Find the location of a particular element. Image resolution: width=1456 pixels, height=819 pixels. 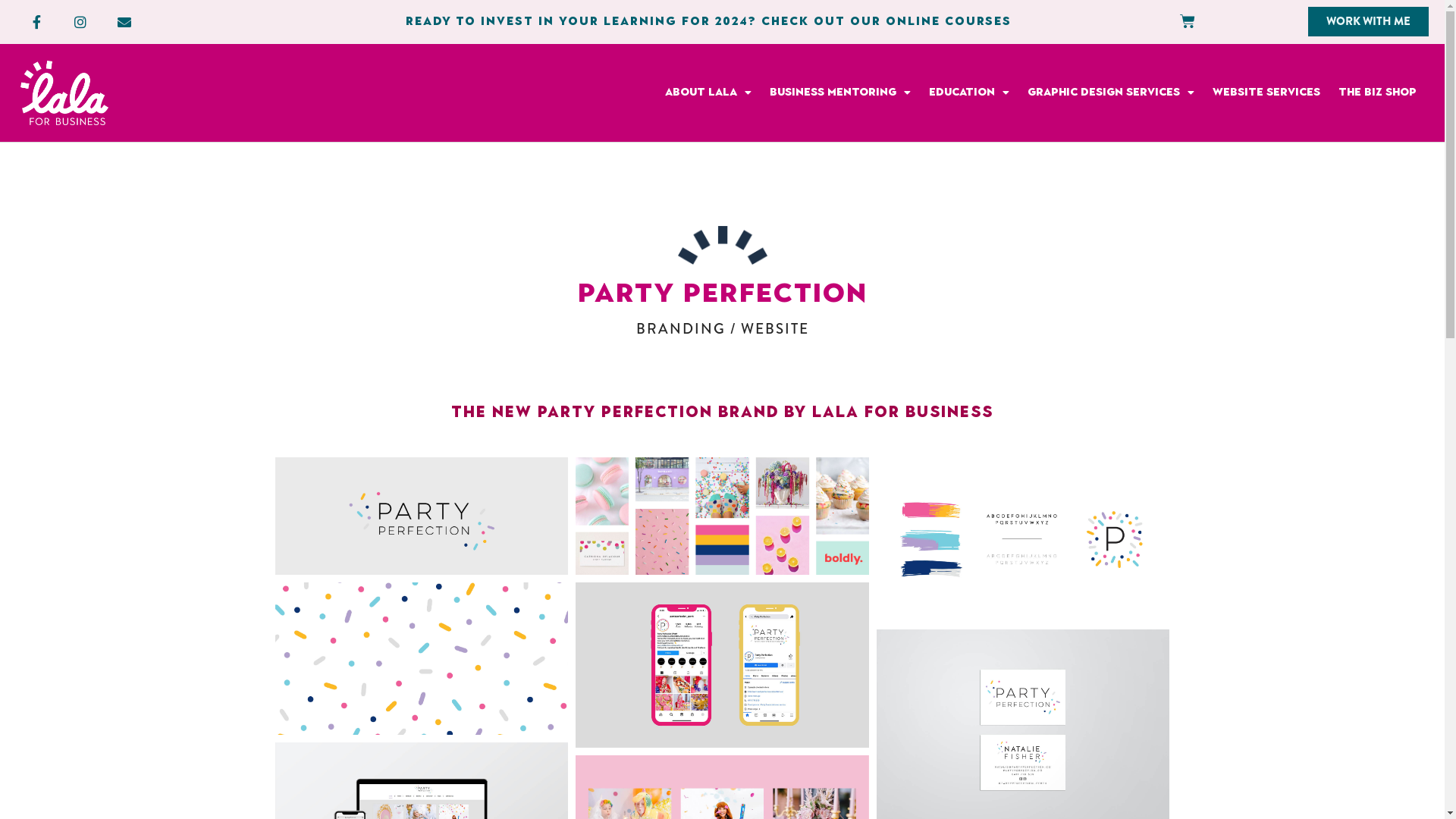

'WORK WITH ME' is located at coordinates (1368, 21).